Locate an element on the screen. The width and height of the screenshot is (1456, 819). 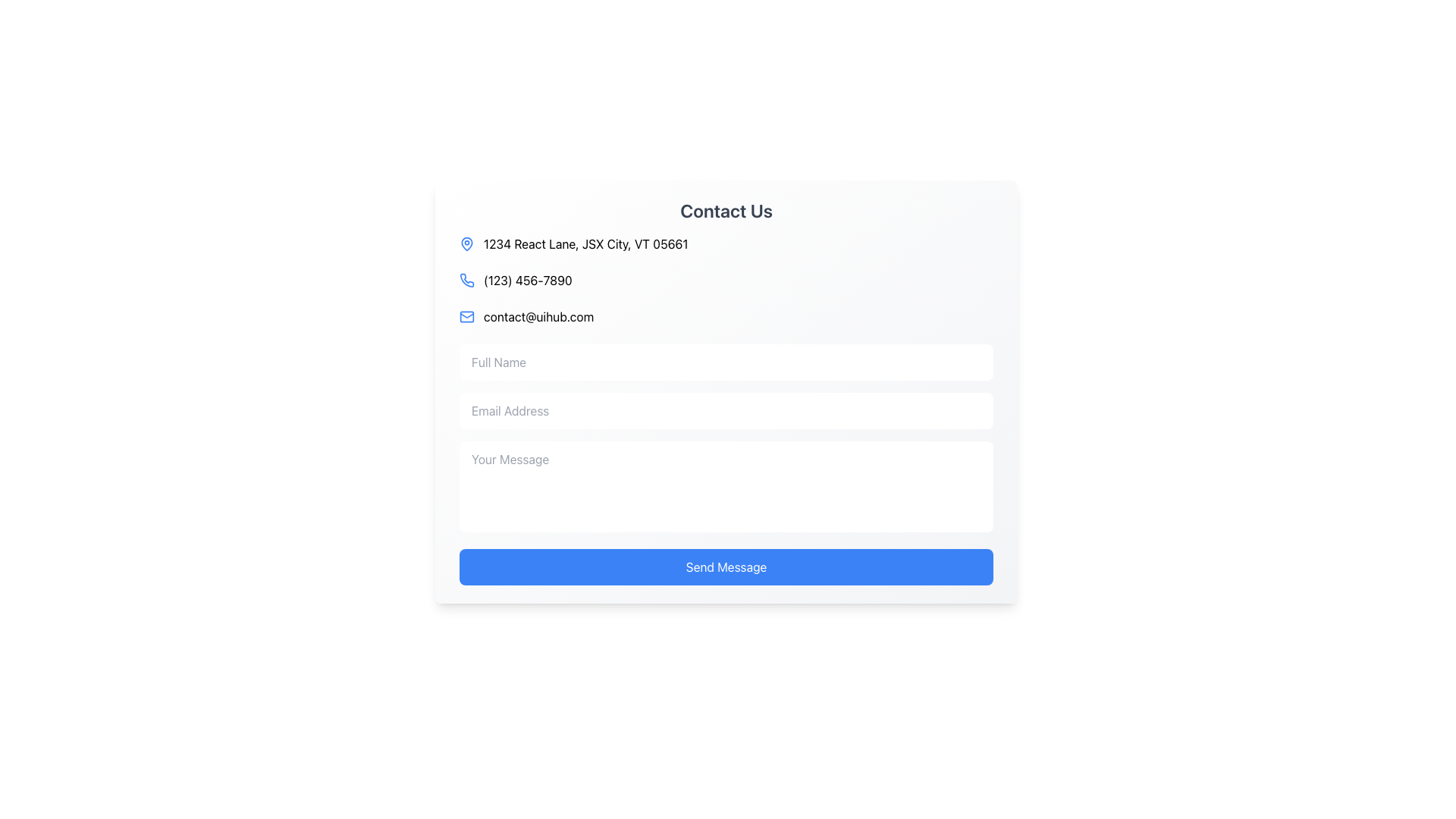
the upper region of the map pin SVG icon located at the left side of the address '1234 React Lane, JSX City, VT 05661' is located at coordinates (466, 242).